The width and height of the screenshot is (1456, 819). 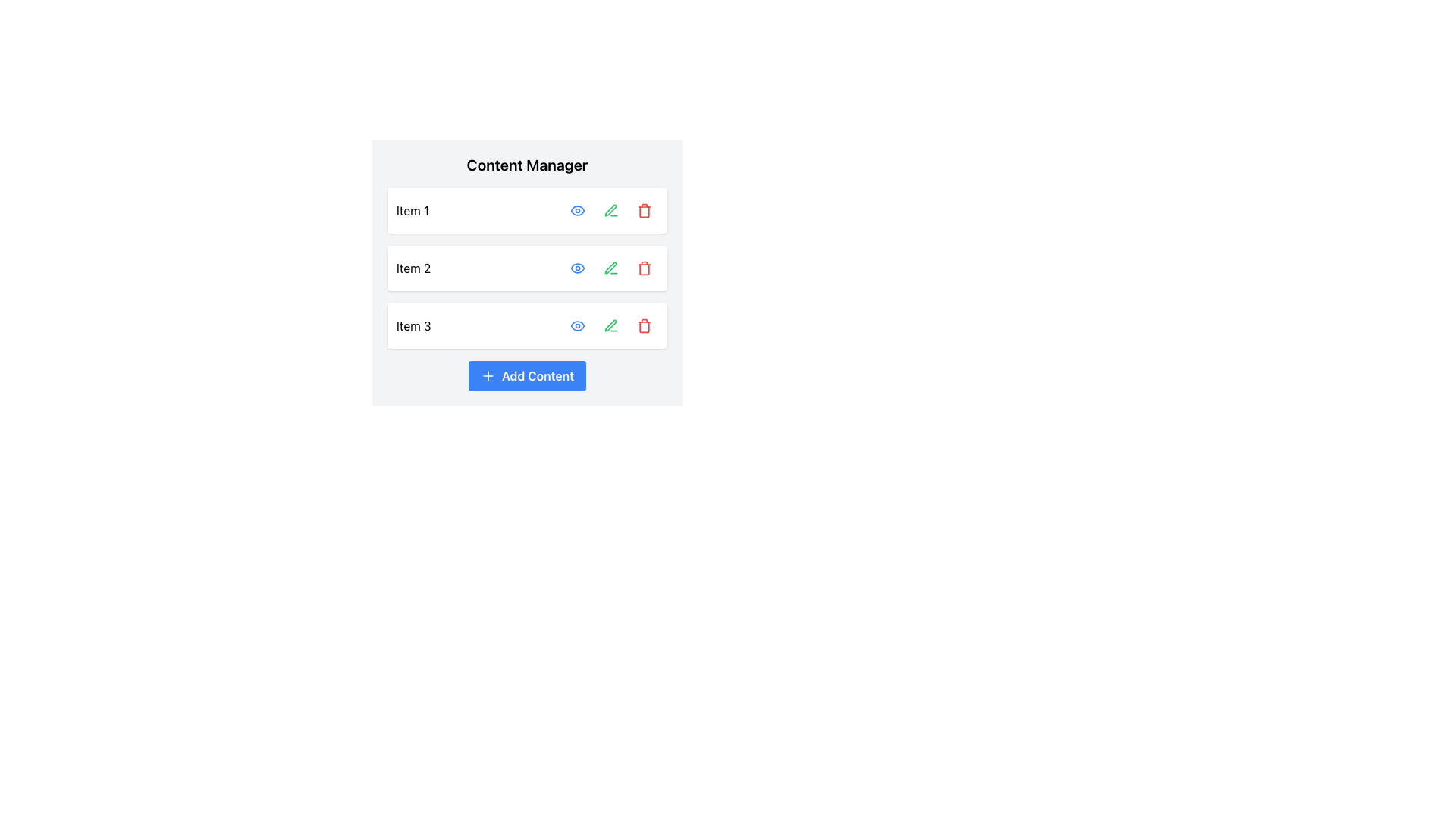 What do you see at coordinates (644, 268) in the screenshot?
I see `the red delete icon button for the second content item in the list under 'Content Manager'` at bounding box center [644, 268].